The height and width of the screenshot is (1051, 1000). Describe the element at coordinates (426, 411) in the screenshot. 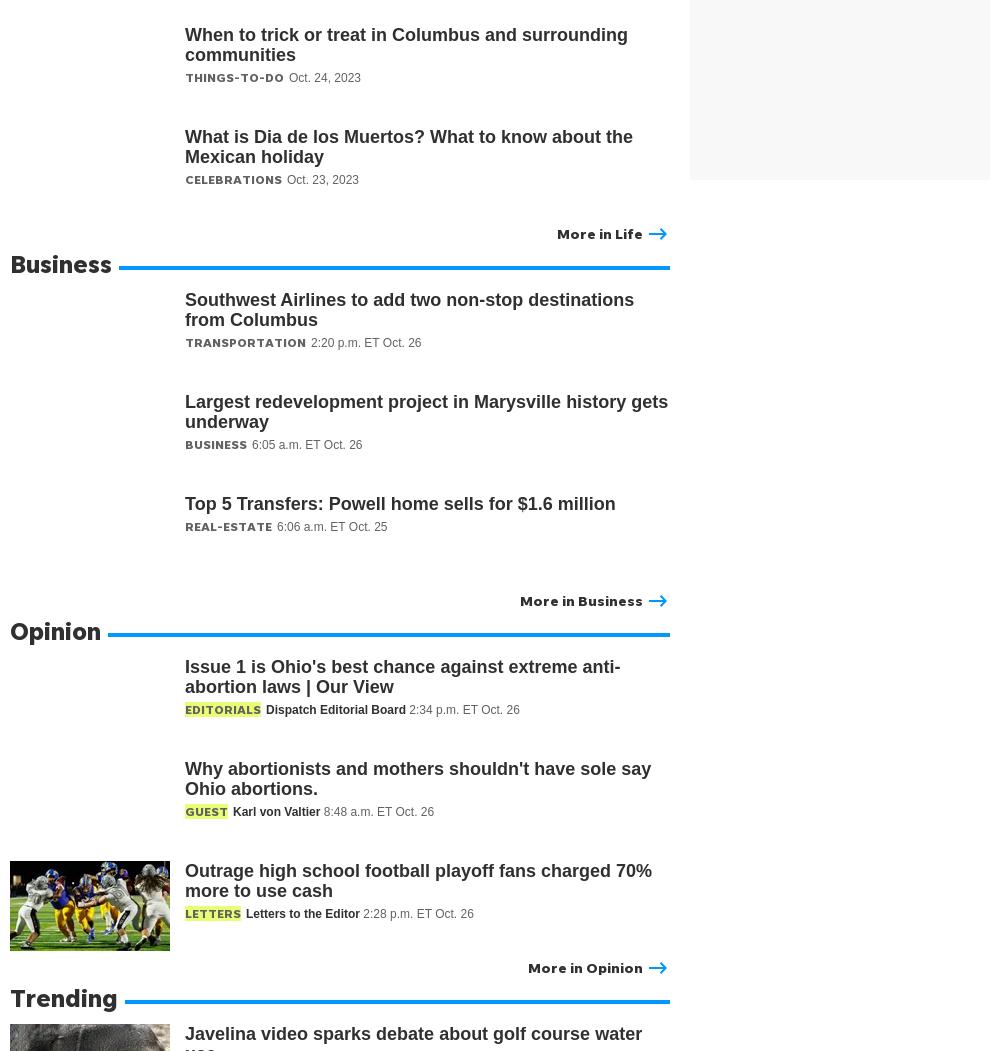

I see `'Largest redevelopment project in Marysville history gets underway'` at that location.